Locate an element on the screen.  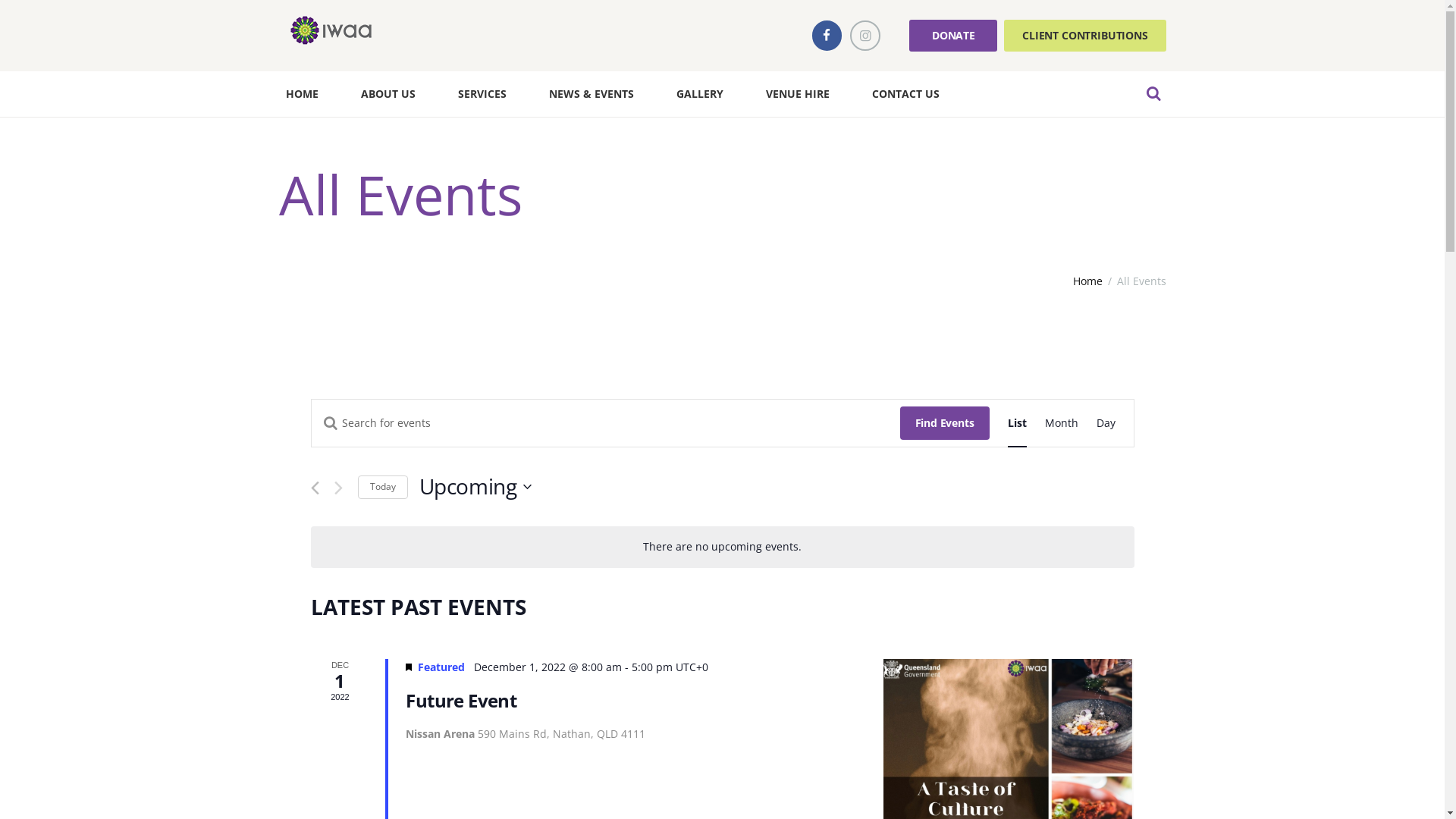
'NEWS & EVENTS' is located at coordinates (528, 93).